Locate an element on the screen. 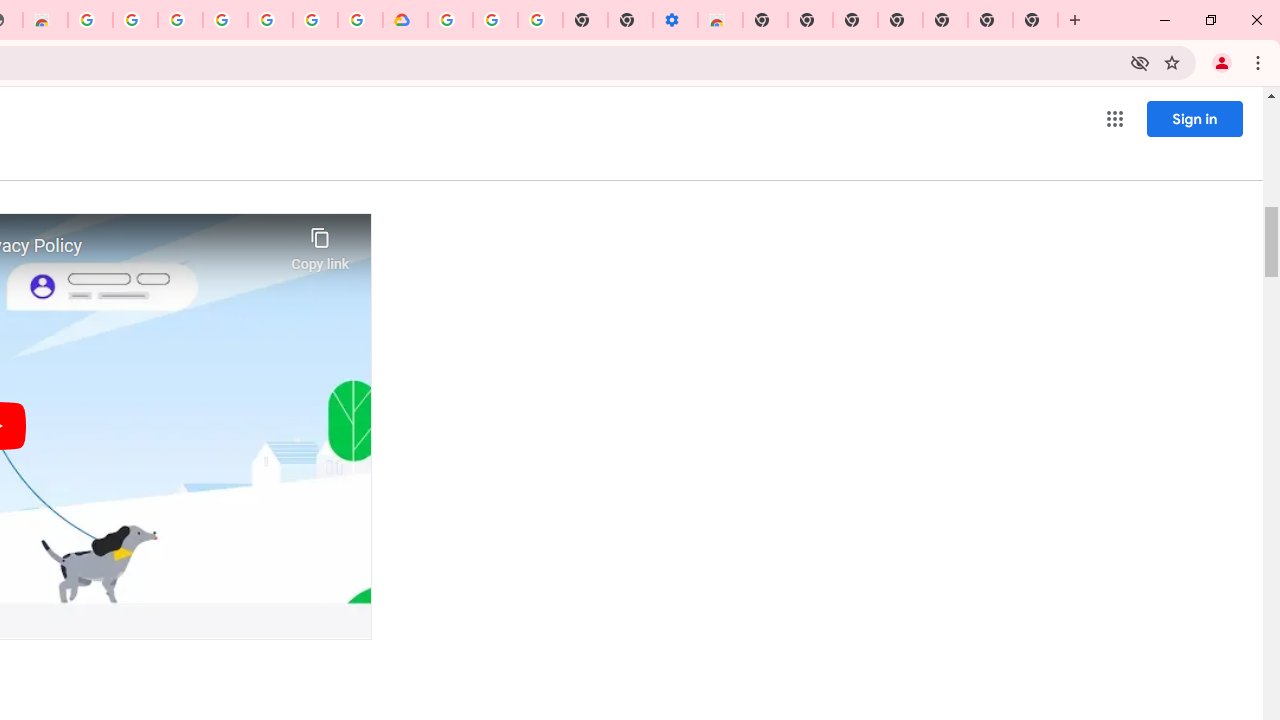 Image resolution: width=1280 pixels, height=720 pixels. 'Google apps' is located at coordinates (1113, 119).